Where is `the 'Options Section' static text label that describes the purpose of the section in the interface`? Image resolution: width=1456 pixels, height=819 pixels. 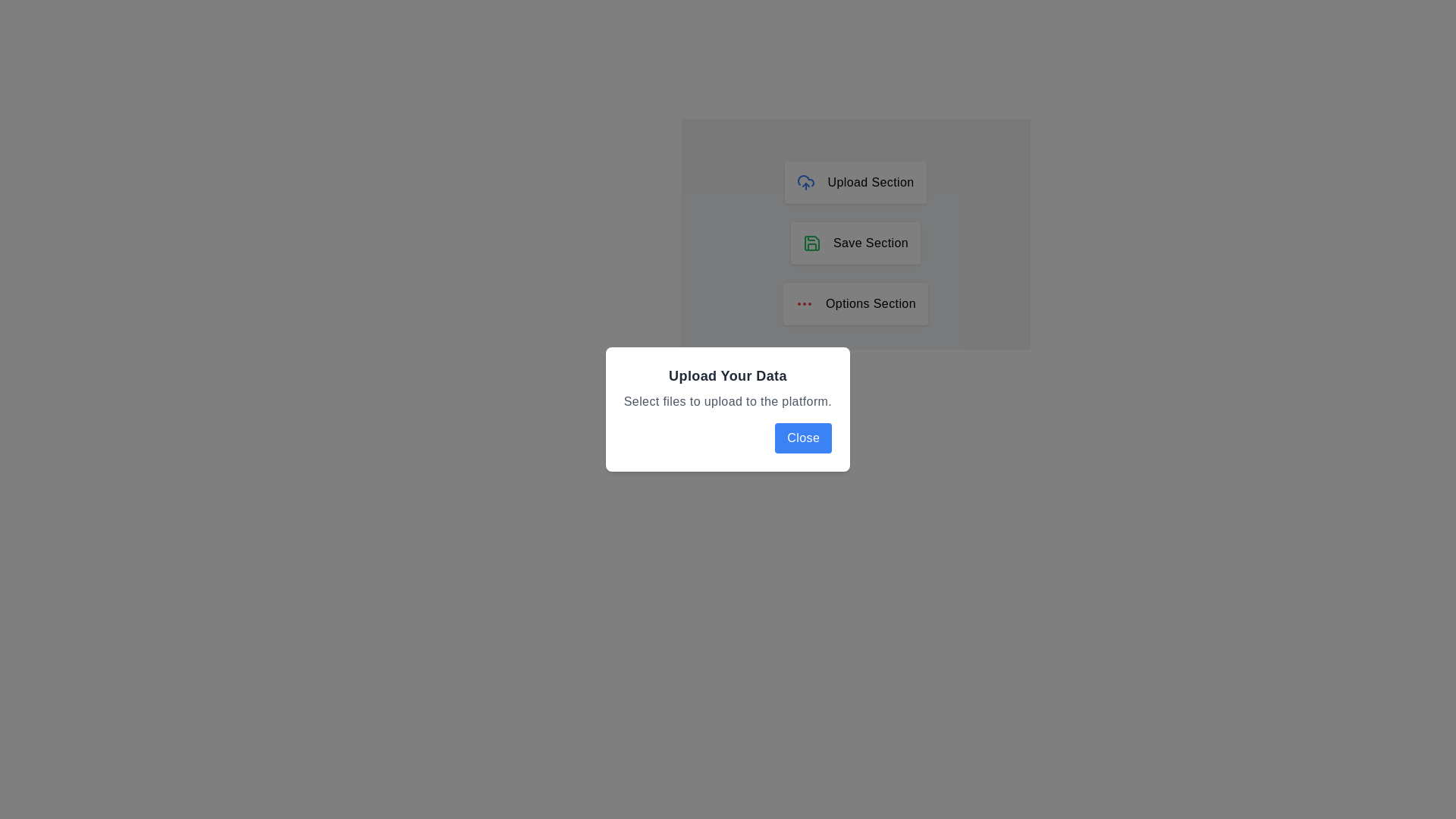 the 'Options Section' static text label that describes the purpose of the section in the interface is located at coordinates (871, 304).